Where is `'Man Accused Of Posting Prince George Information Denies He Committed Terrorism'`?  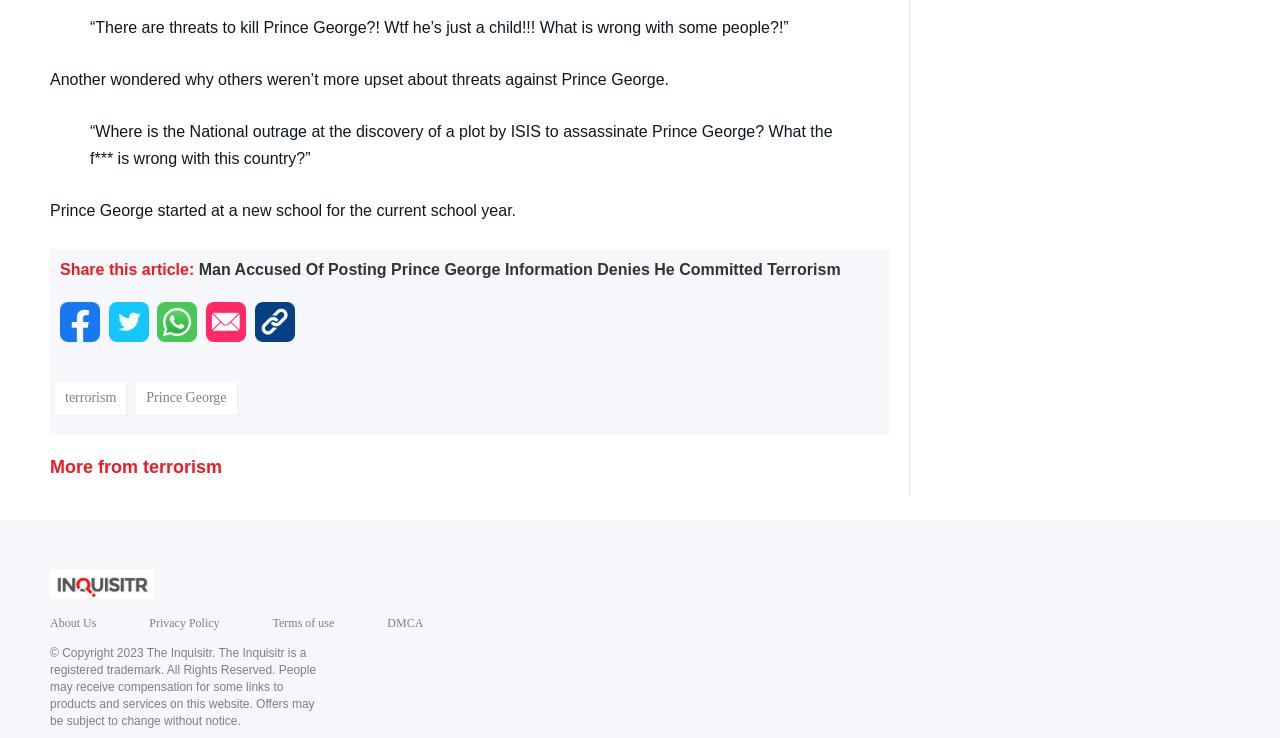 'Man Accused Of Posting Prince George Information Denies He Committed Terrorism' is located at coordinates (519, 268).